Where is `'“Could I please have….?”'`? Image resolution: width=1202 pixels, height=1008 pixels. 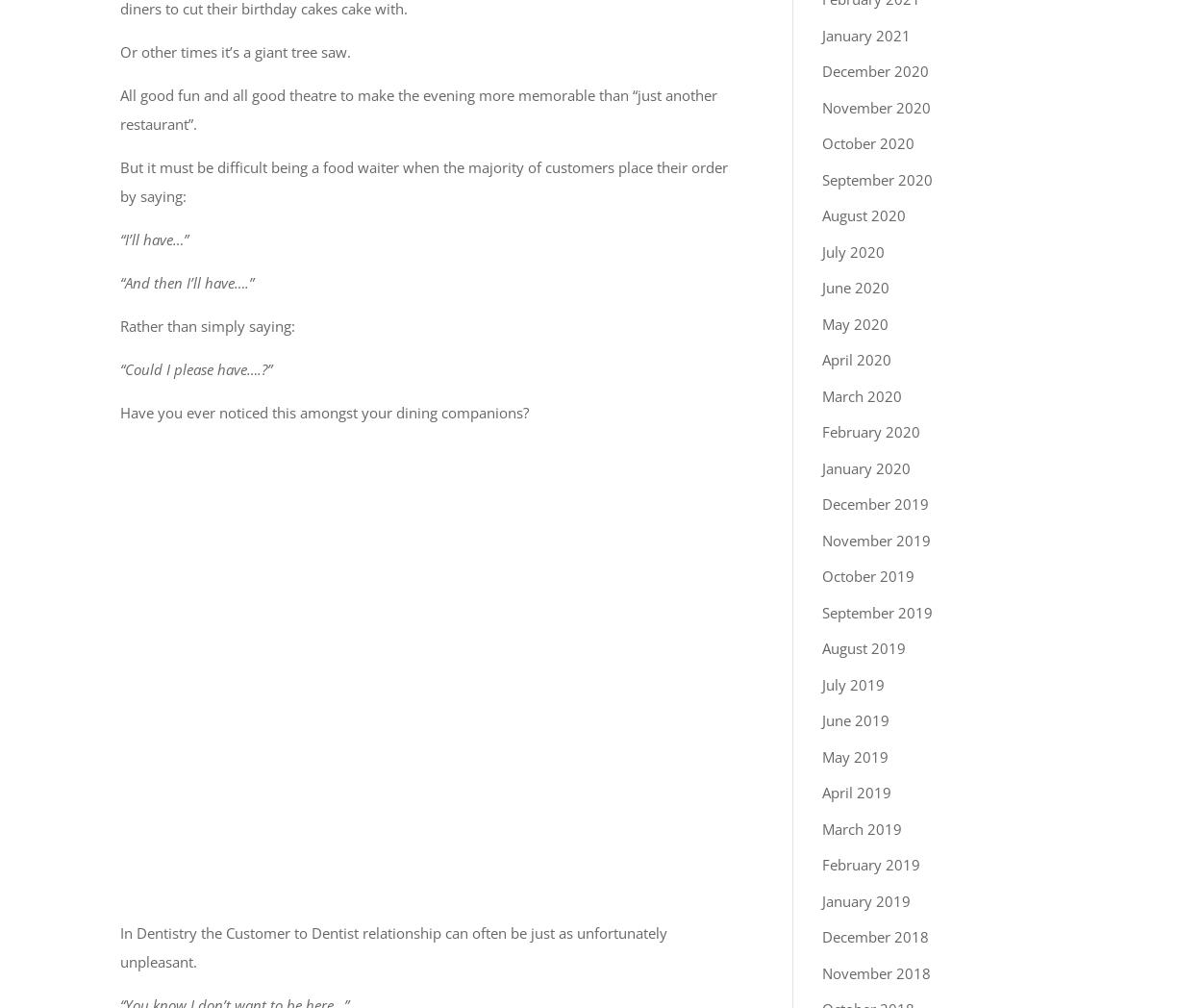 '“Could I please have….?”' is located at coordinates (195, 367).